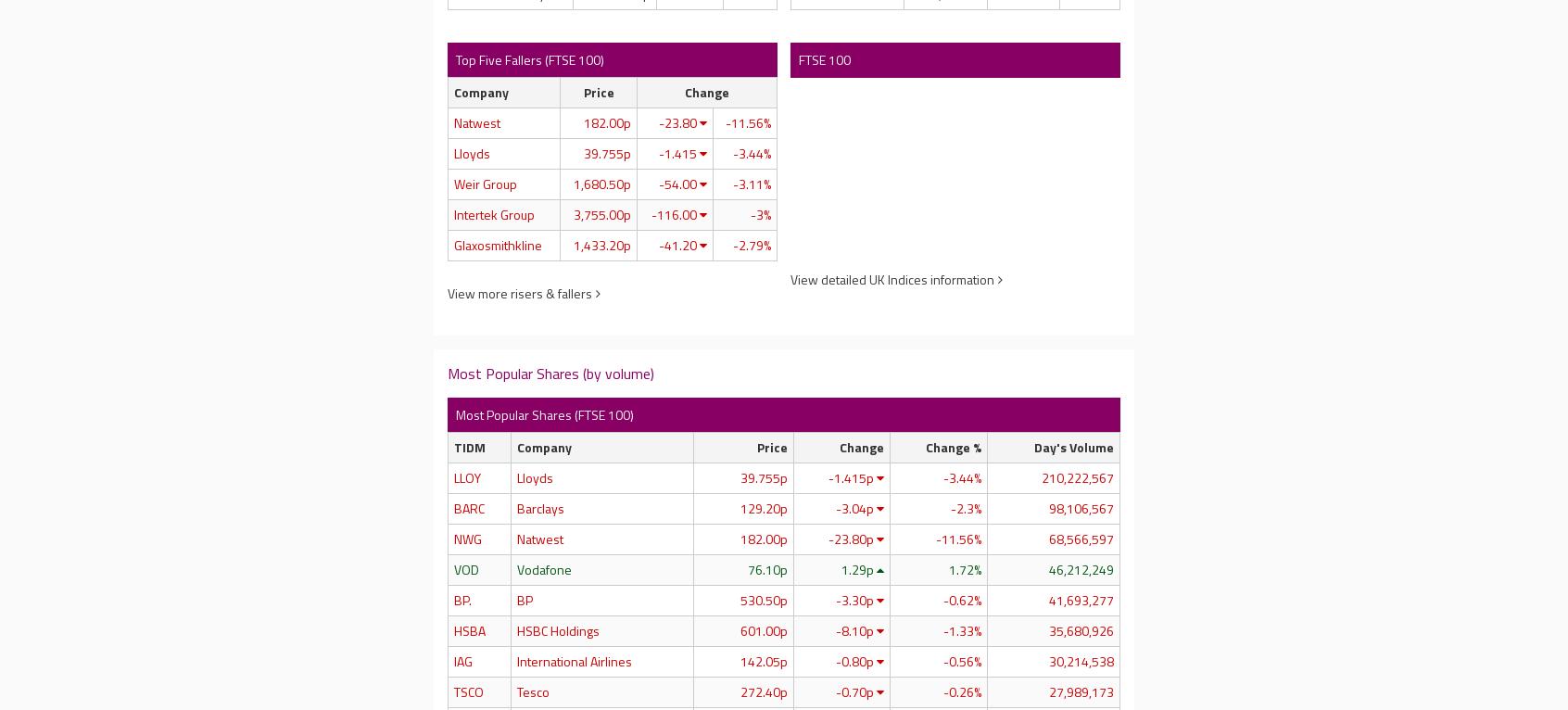 This screenshot has width=1568, height=710. I want to click on 'View more risers & fallers', so click(520, 291).